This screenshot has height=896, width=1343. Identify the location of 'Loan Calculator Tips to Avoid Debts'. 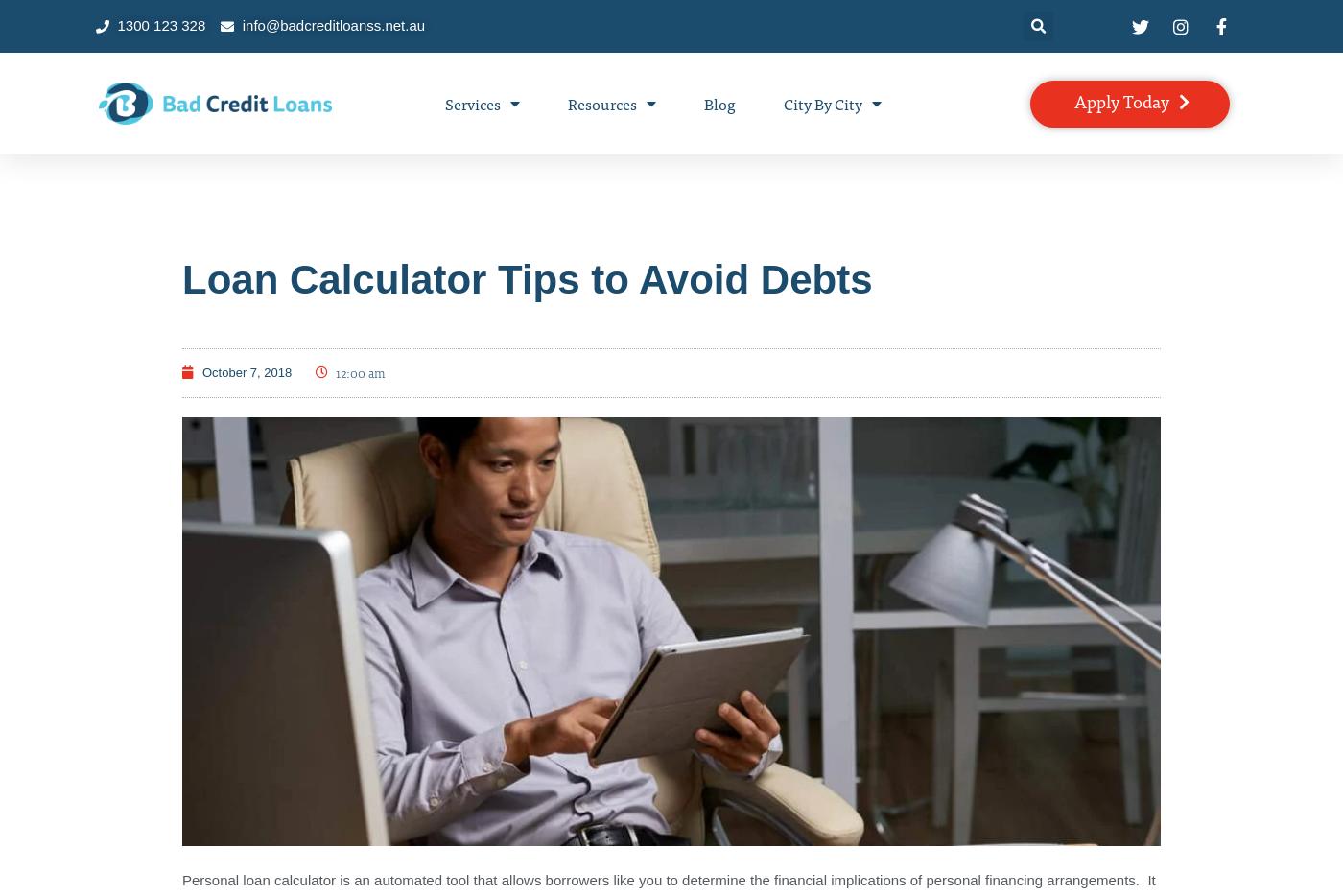
(527, 278).